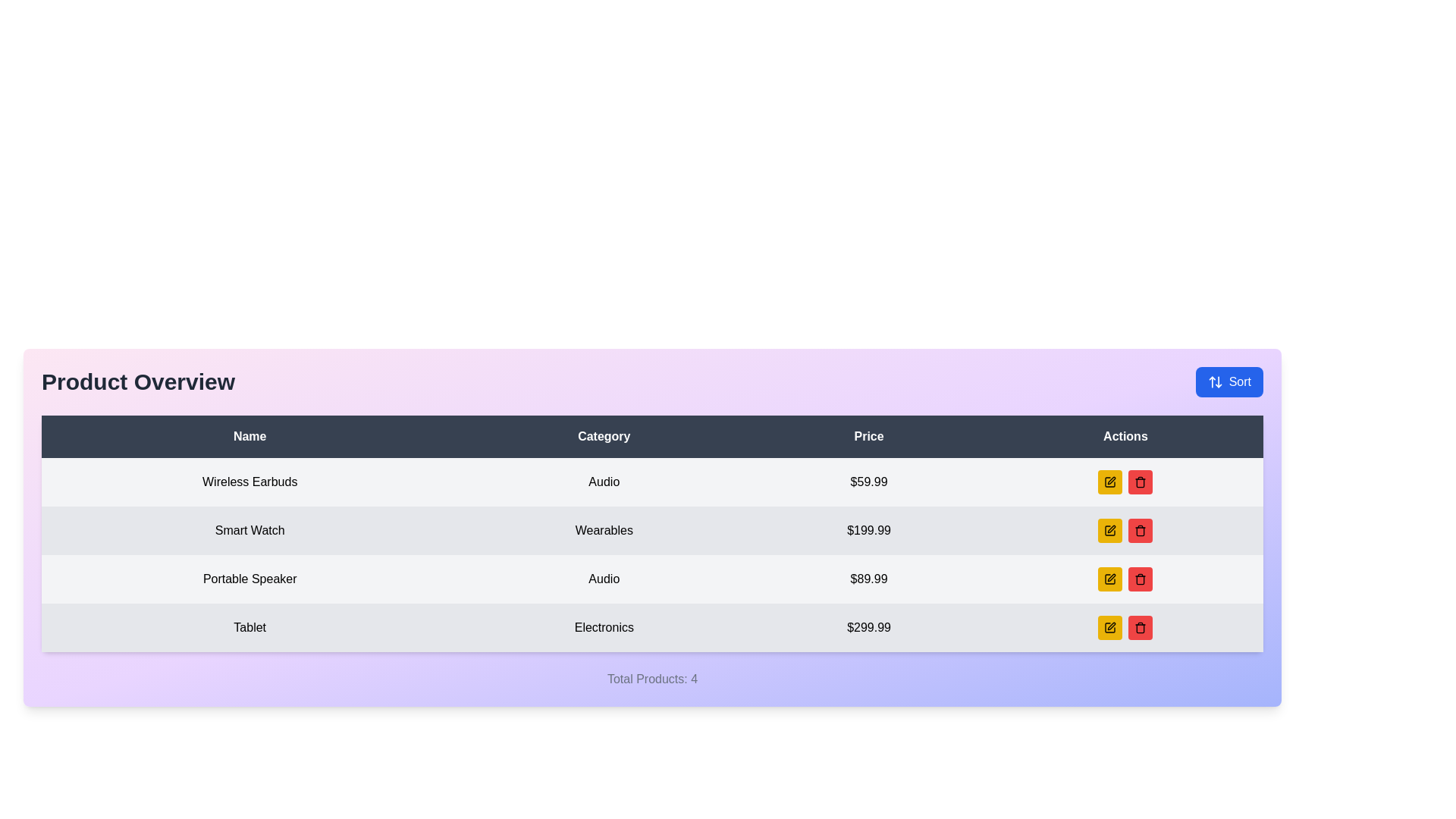 This screenshot has width=1456, height=819. Describe the element at coordinates (652, 678) in the screenshot. I see `text from the 'Total Products: 4' text label element, which is center-aligned and positioned at the bottom of the product overview panel` at that location.